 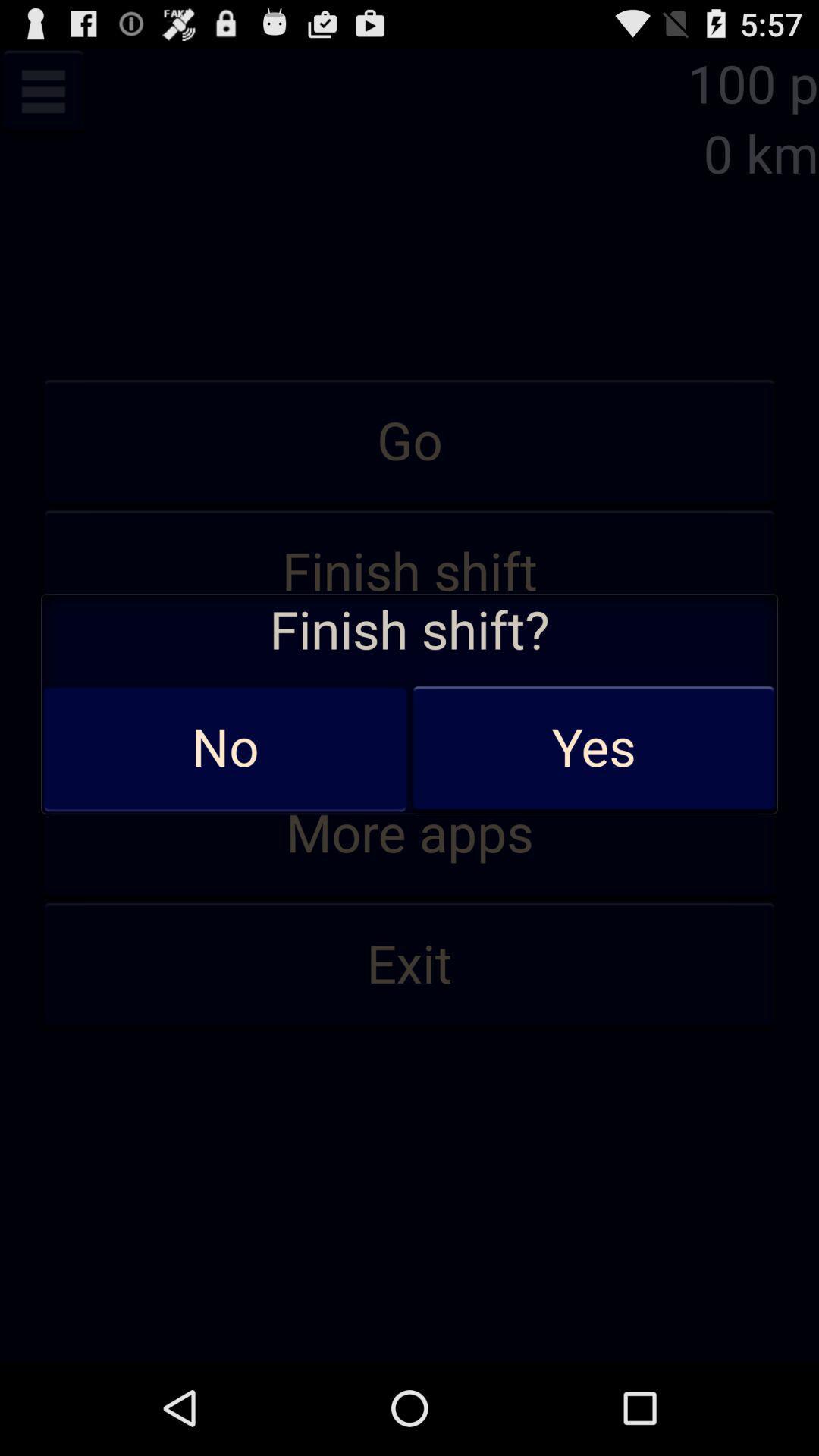 I want to click on the icon below the finish shift? item, so click(x=225, y=748).